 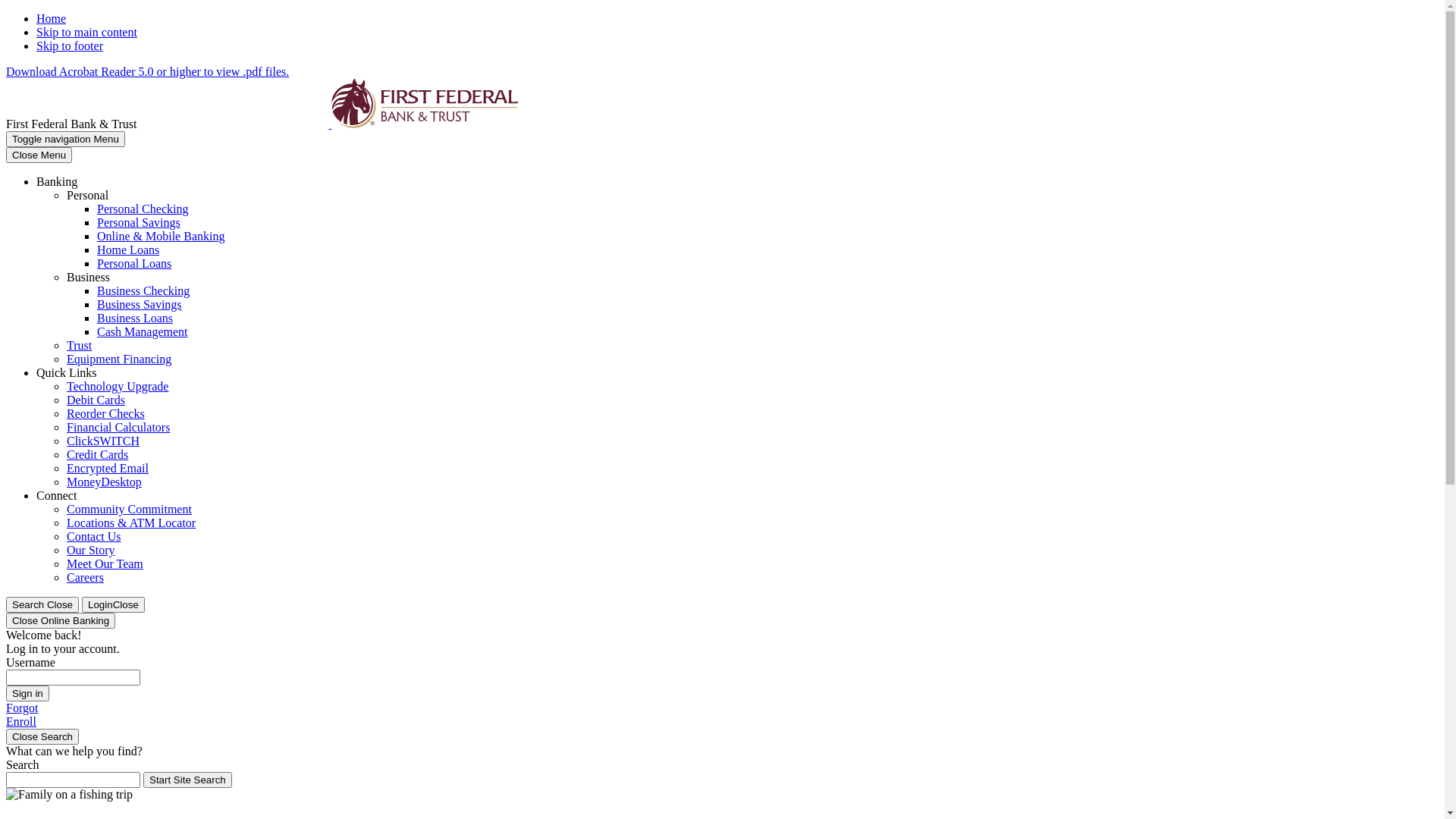 I want to click on 'Close Search', so click(x=42, y=736).